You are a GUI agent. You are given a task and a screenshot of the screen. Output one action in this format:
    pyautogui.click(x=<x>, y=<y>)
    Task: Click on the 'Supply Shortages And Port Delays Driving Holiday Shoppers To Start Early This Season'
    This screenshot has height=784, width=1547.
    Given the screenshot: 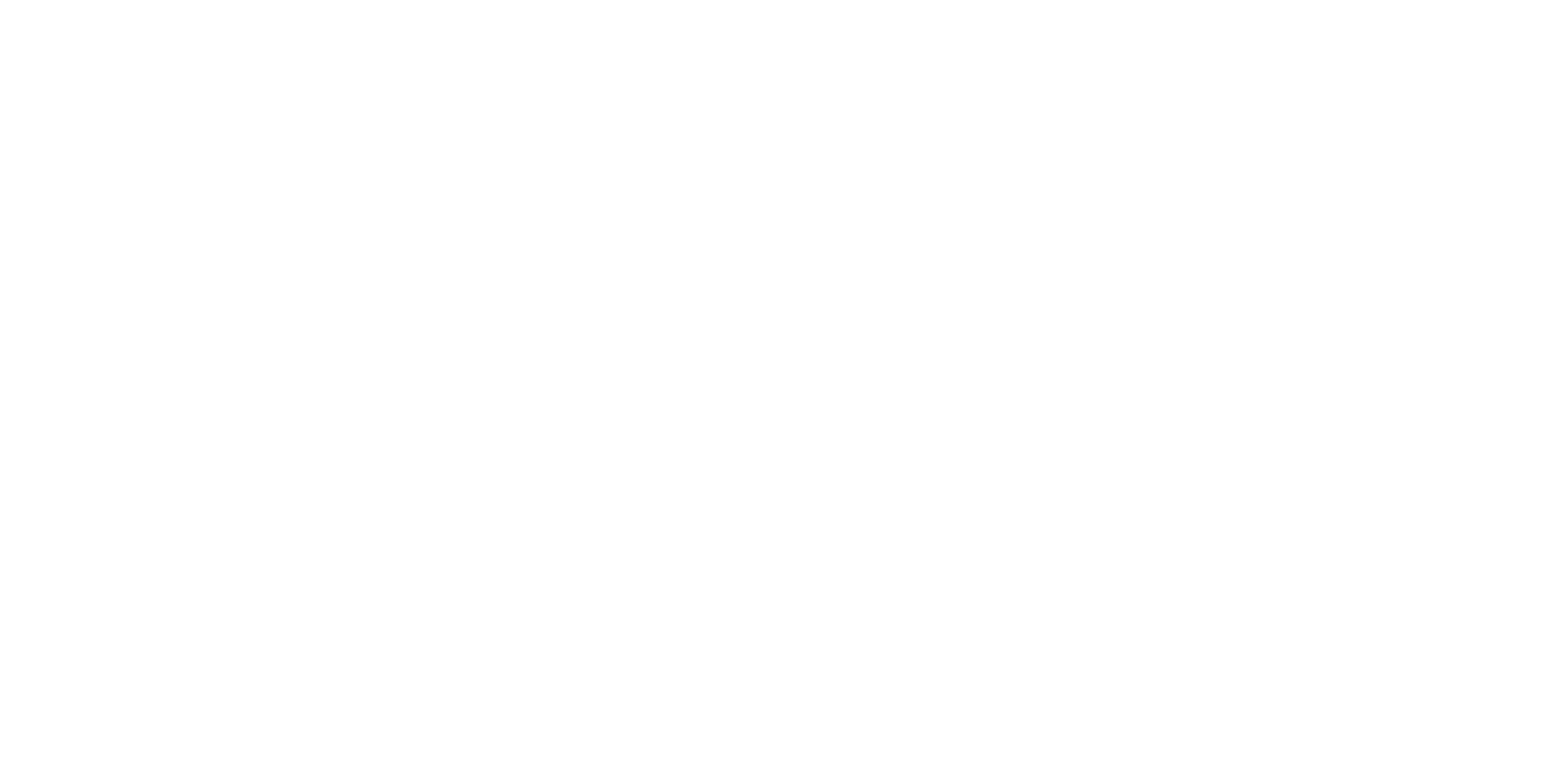 What is the action you would take?
    pyautogui.click(x=647, y=515)
    